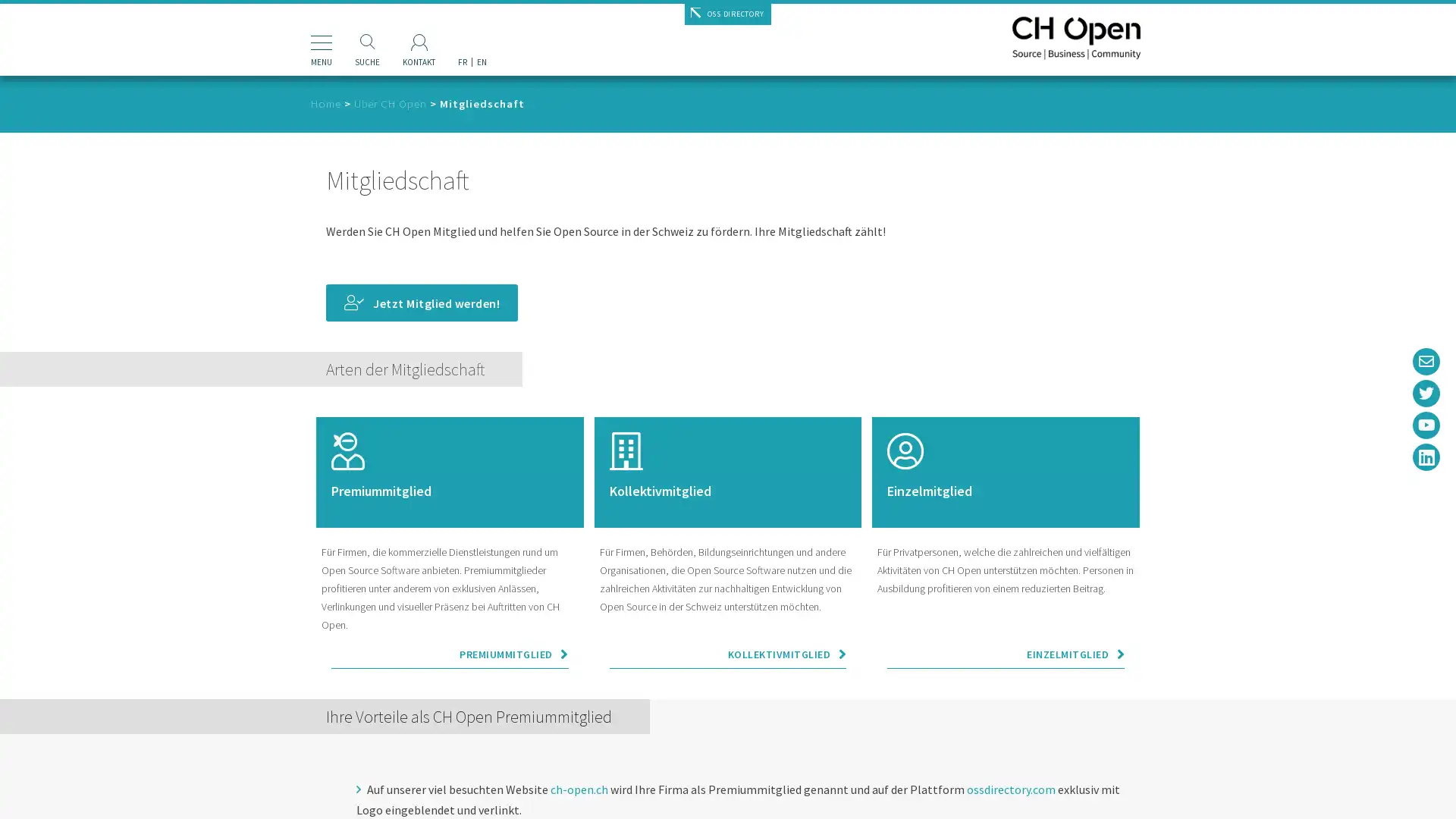 The height and width of the screenshot is (819, 1456). Describe the element at coordinates (449, 657) in the screenshot. I see `PREMIUMMITGLIED` at that location.